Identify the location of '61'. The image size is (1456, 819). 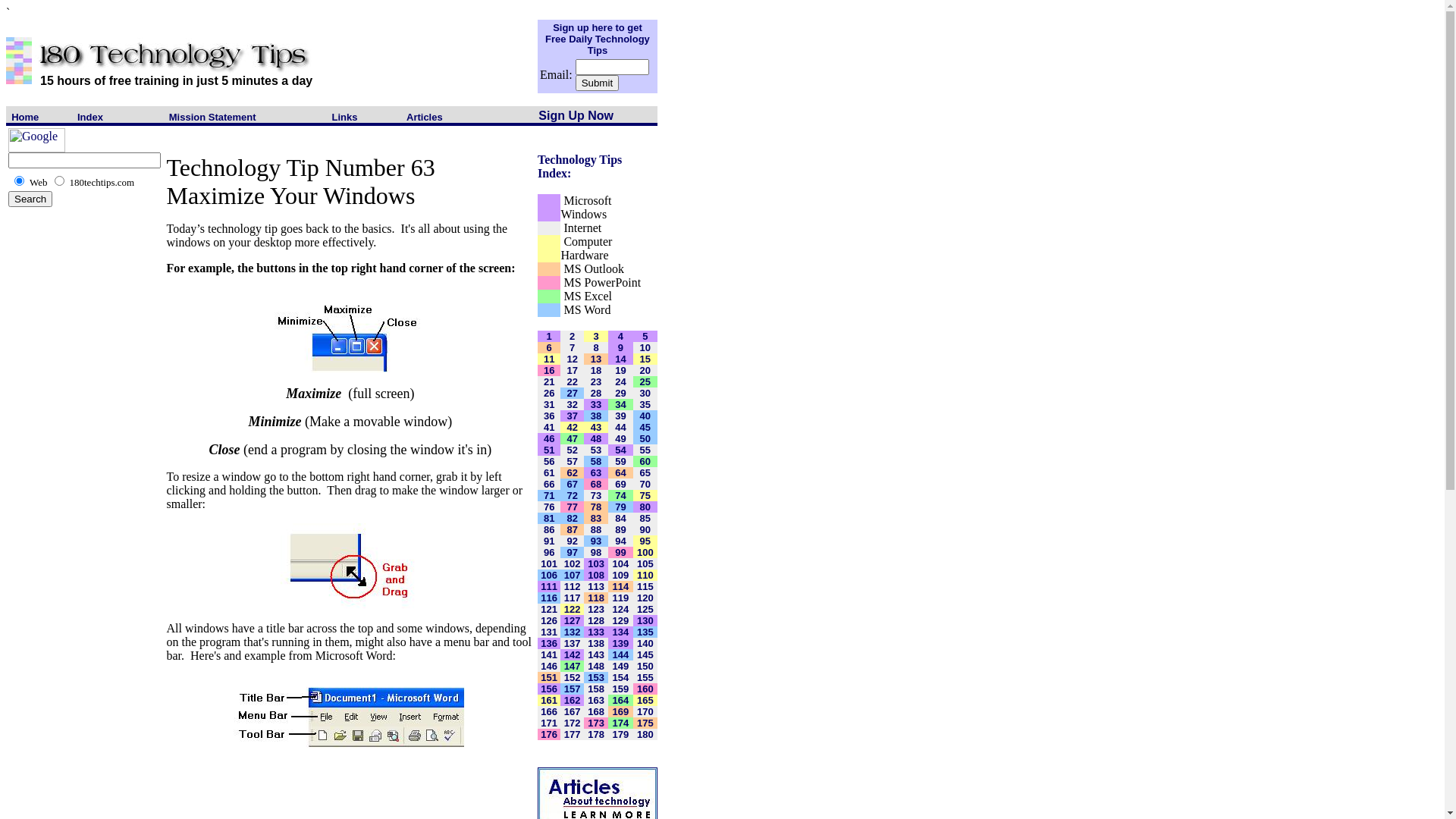
(548, 472).